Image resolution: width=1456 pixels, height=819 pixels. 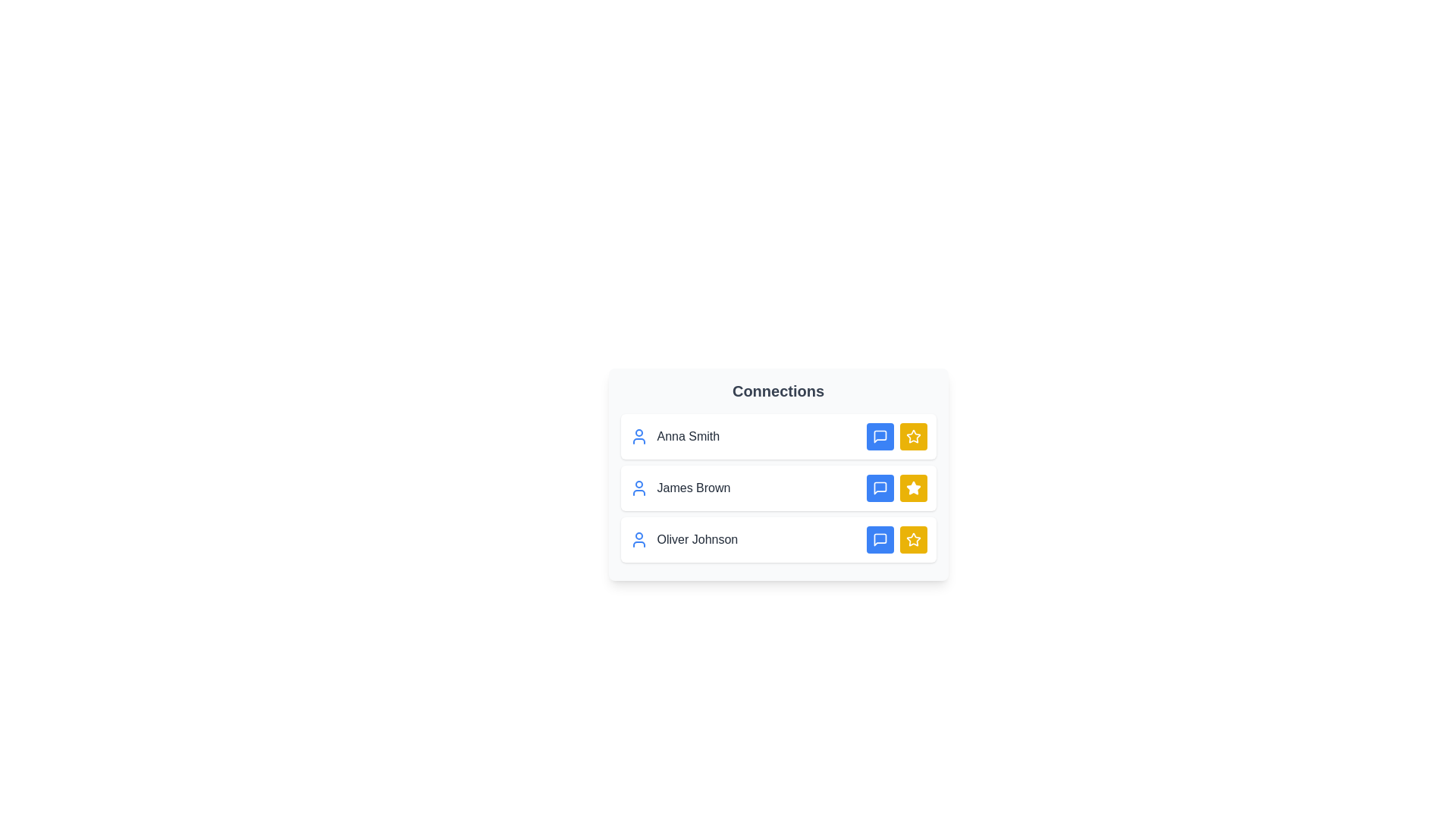 What do you see at coordinates (912, 539) in the screenshot?
I see `favorite button for the connection Oliver Johnson to toggle its favorite status` at bounding box center [912, 539].